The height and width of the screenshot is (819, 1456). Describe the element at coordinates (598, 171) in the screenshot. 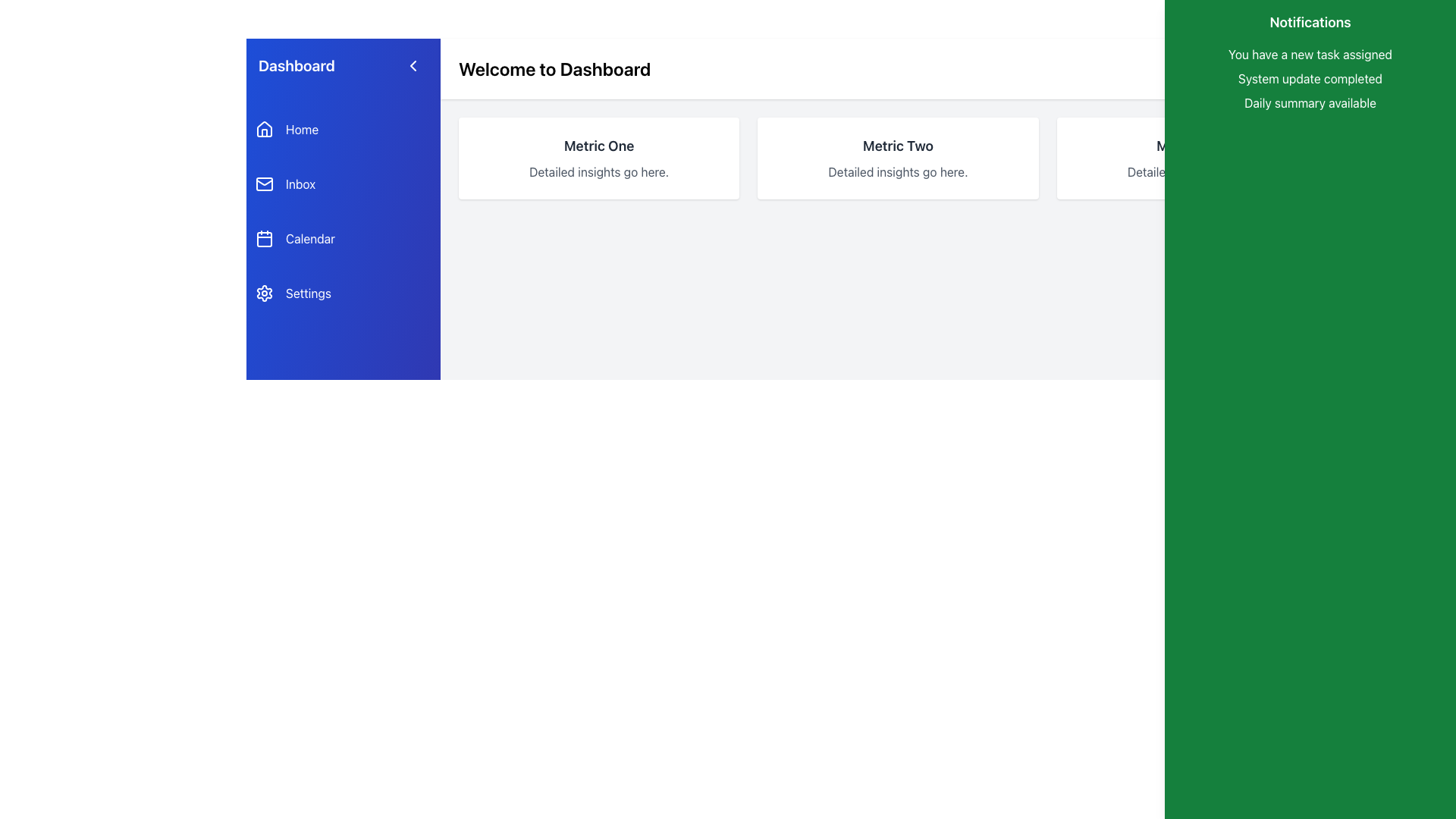

I see `the Text Label that provides additional context for the heading 'Metric One', centrally positioned in the lower half of the corresponding card` at that location.